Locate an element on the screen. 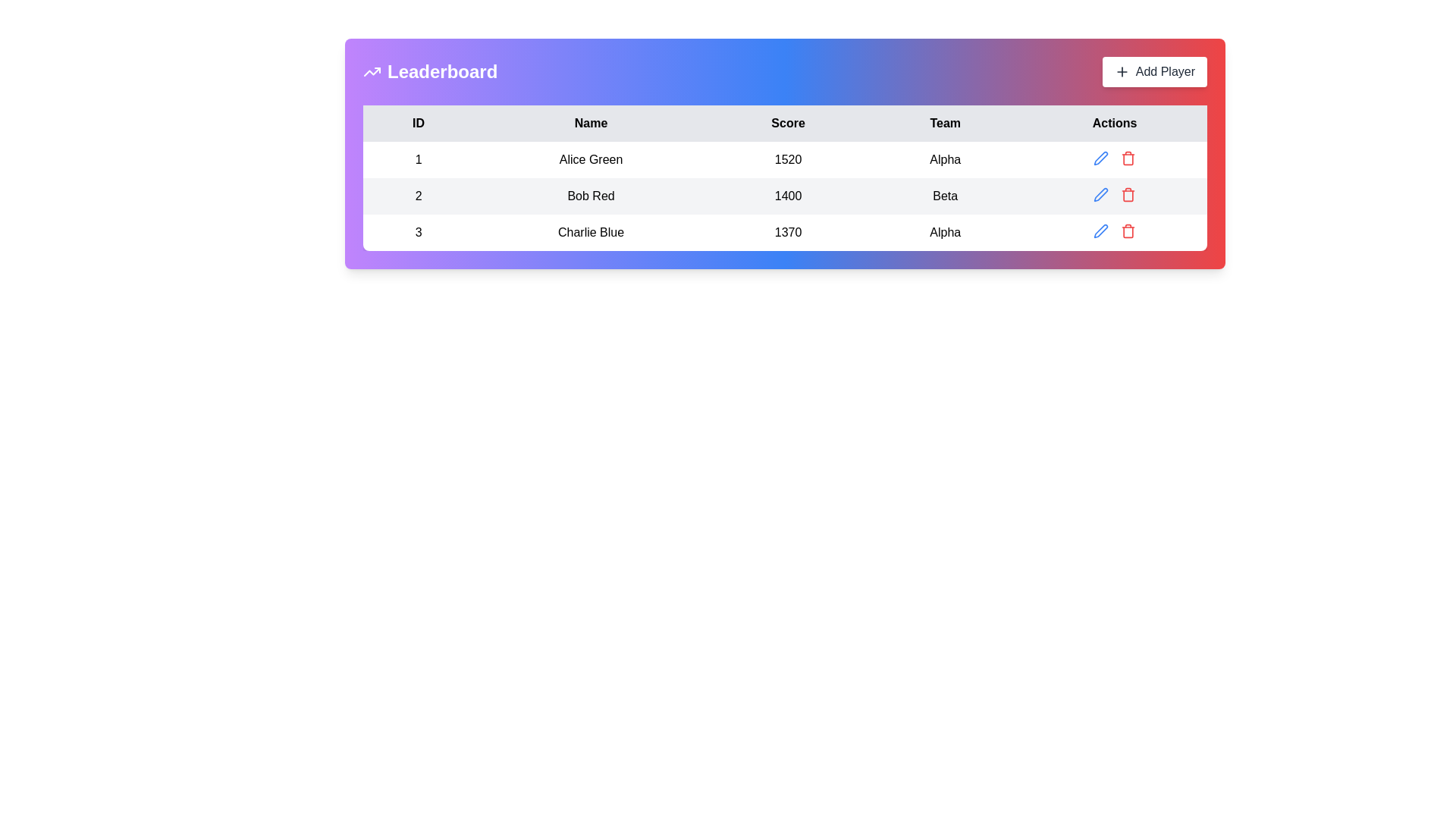 This screenshot has width=1456, height=819. the text label displaying 'Charlie Blue', located in the second column of the third row under the 'Name' header in the table with a grey background is located at coordinates (590, 233).